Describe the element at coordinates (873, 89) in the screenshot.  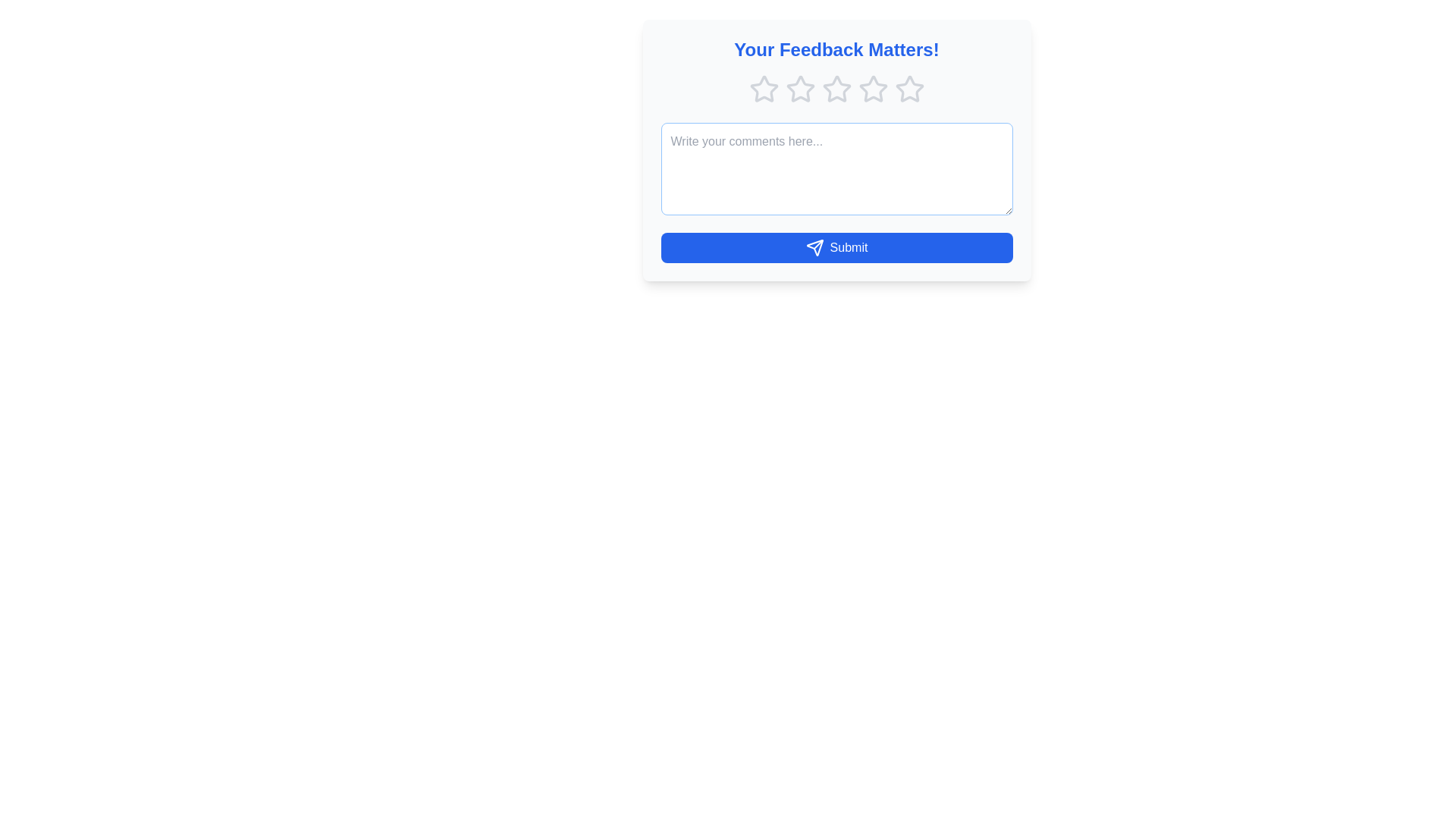
I see `the fourth star icon in the rating system` at that location.